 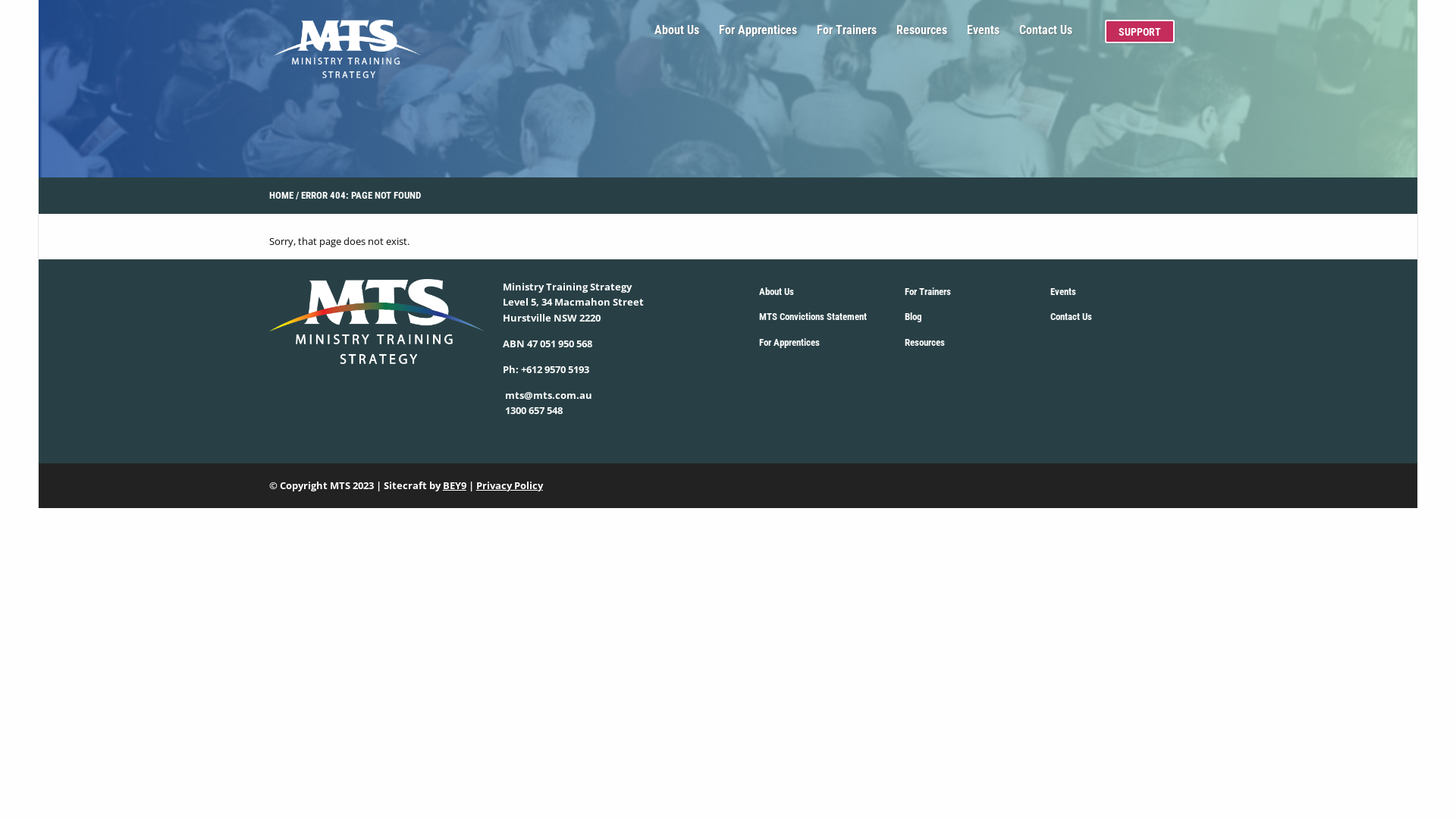 I want to click on 'For Apprentices', so click(x=758, y=35).